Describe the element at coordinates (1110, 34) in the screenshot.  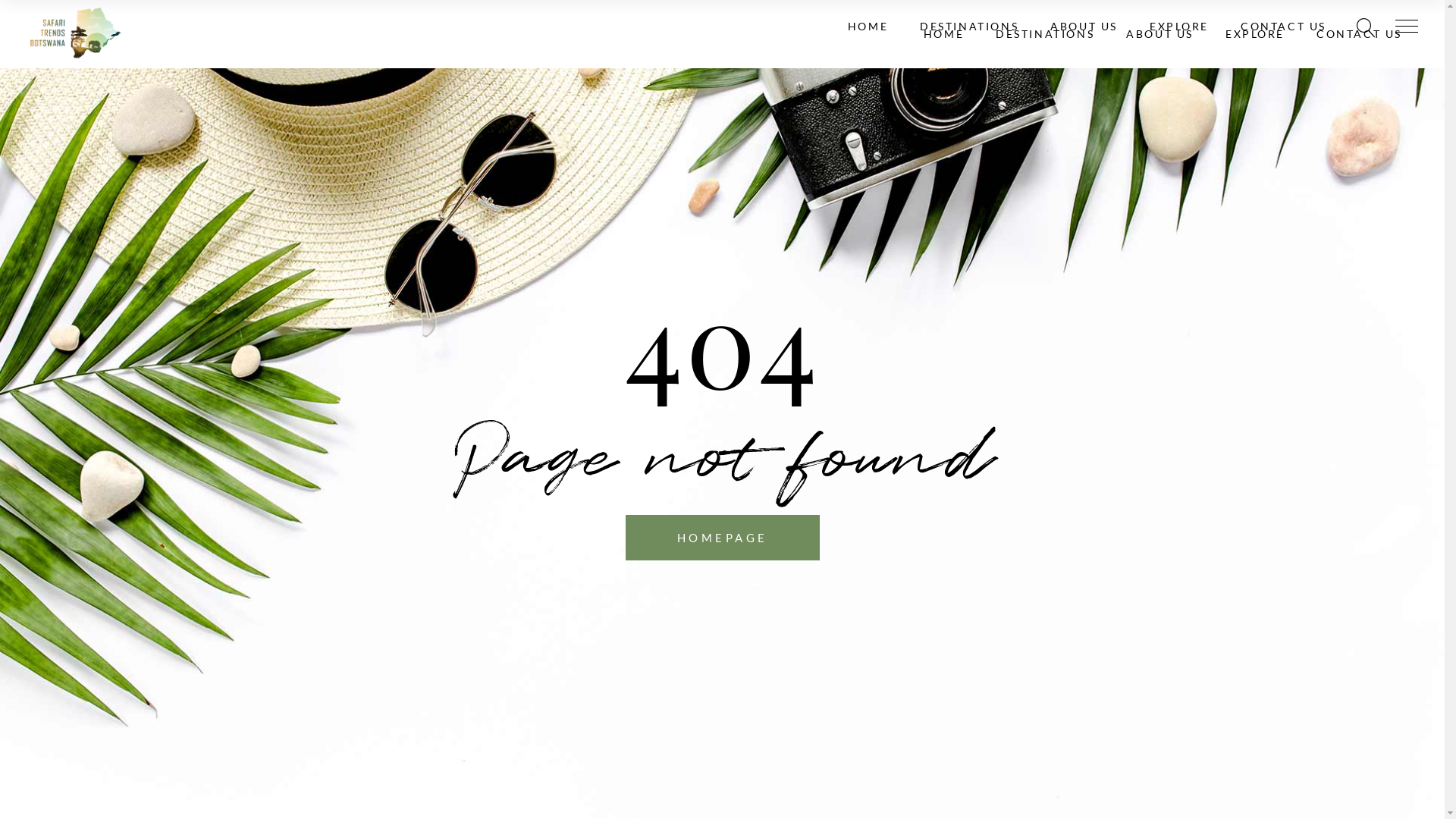
I see `'ABOUT US'` at that location.